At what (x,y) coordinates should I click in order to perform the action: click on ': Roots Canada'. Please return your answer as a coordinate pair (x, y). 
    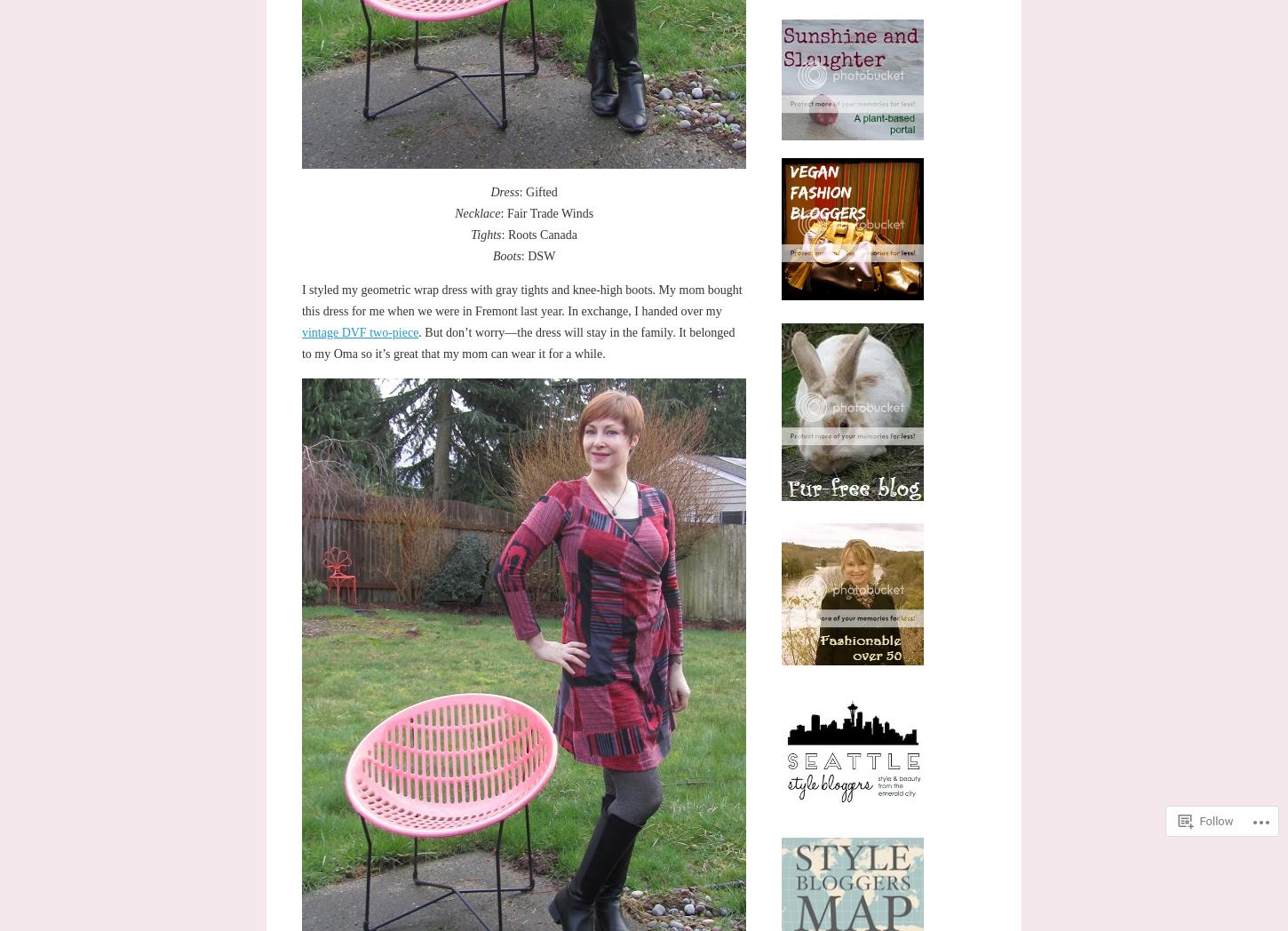
    Looking at the image, I should click on (501, 233).